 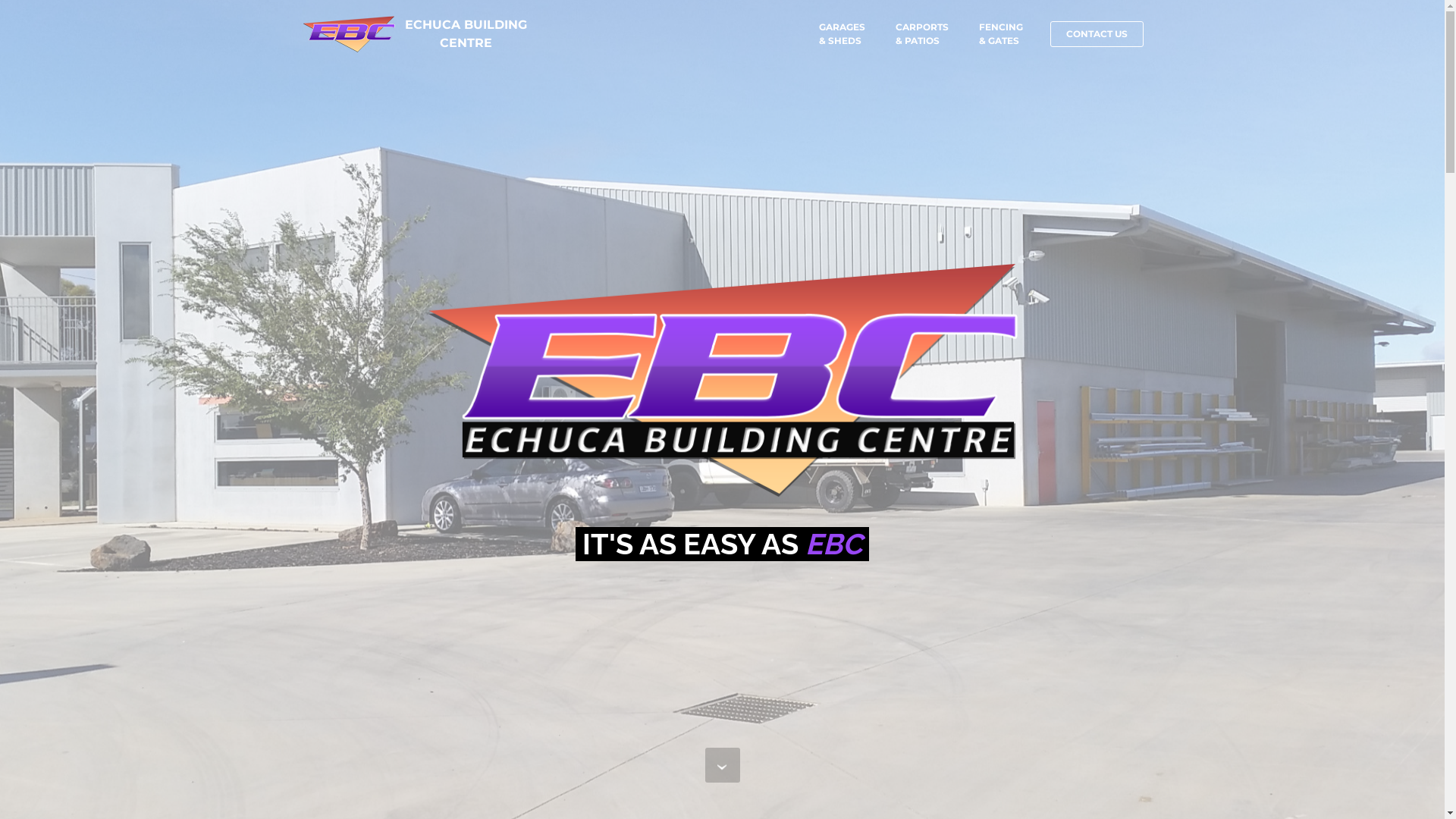 What do you see at coordinates (465, 34) in the screenshot?
I see `'ECHUCA BUILDING` at bounding box center [465, 34].